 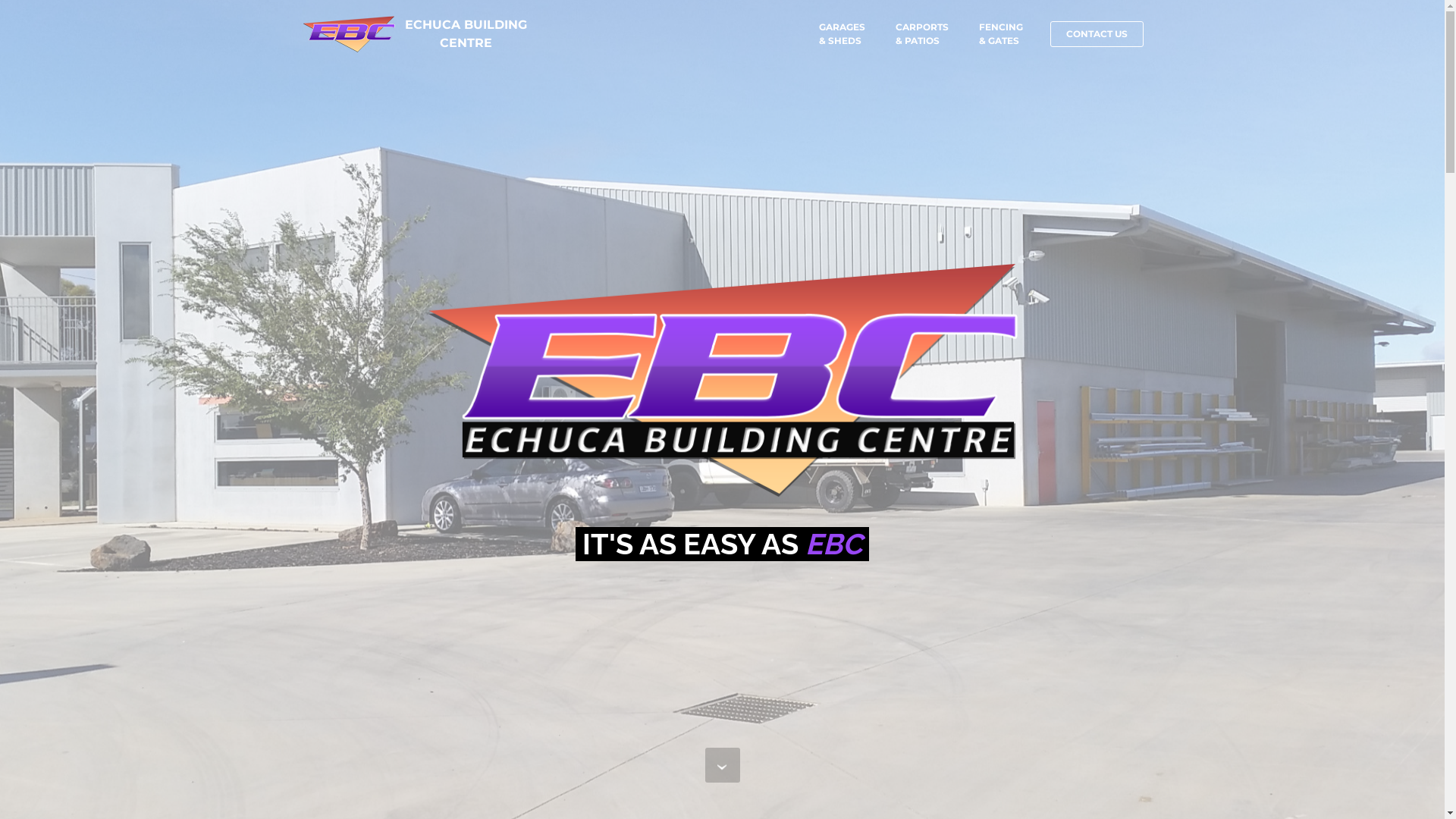 What do you see at coordinates (465, 34) in the screenshot?
I see `'ECHUCA BUILDING` at bounding box center [465, 34].